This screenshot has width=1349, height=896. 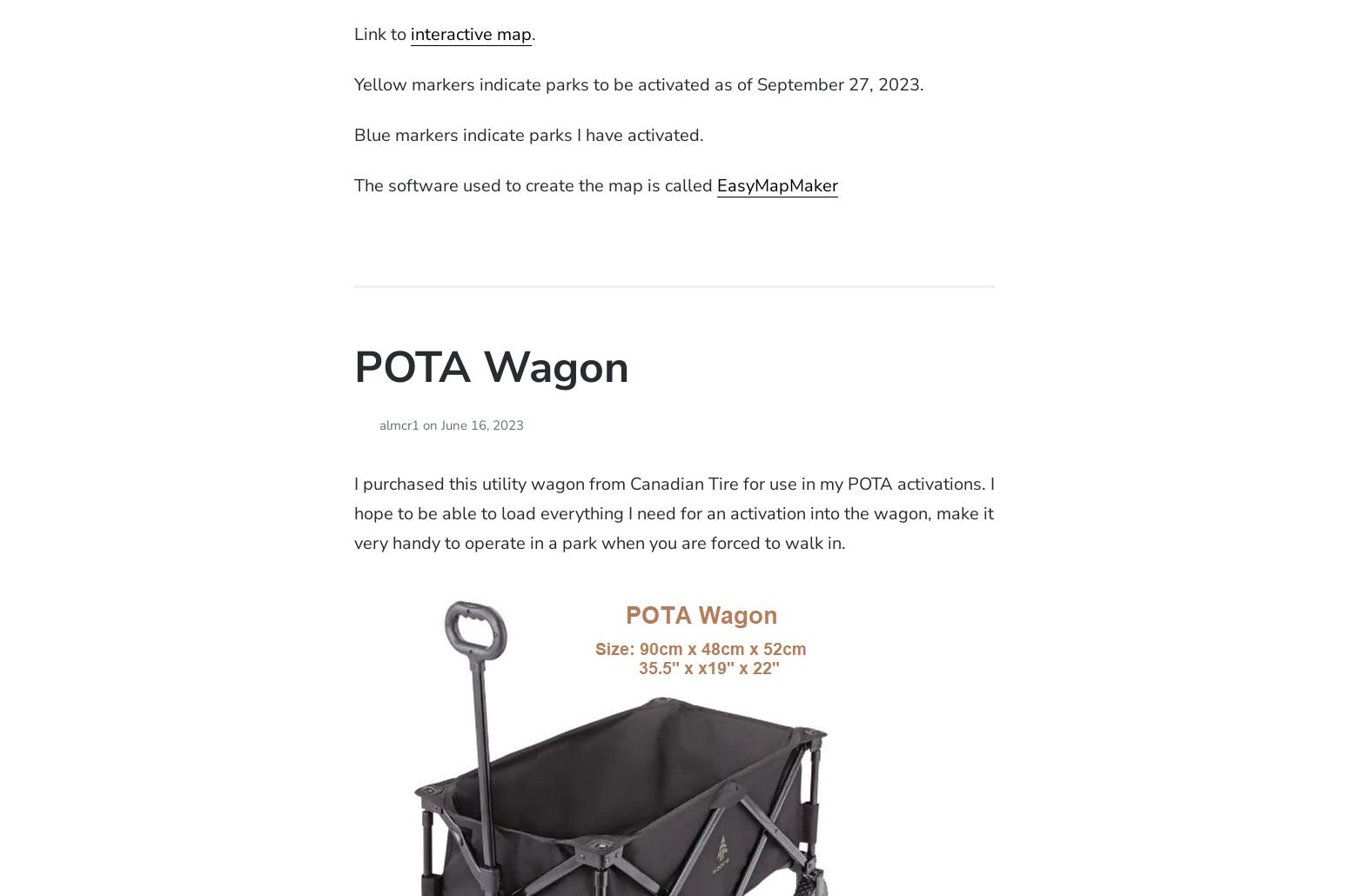 I want to click on 'POTA Wagon', so click(x=491, y=367).